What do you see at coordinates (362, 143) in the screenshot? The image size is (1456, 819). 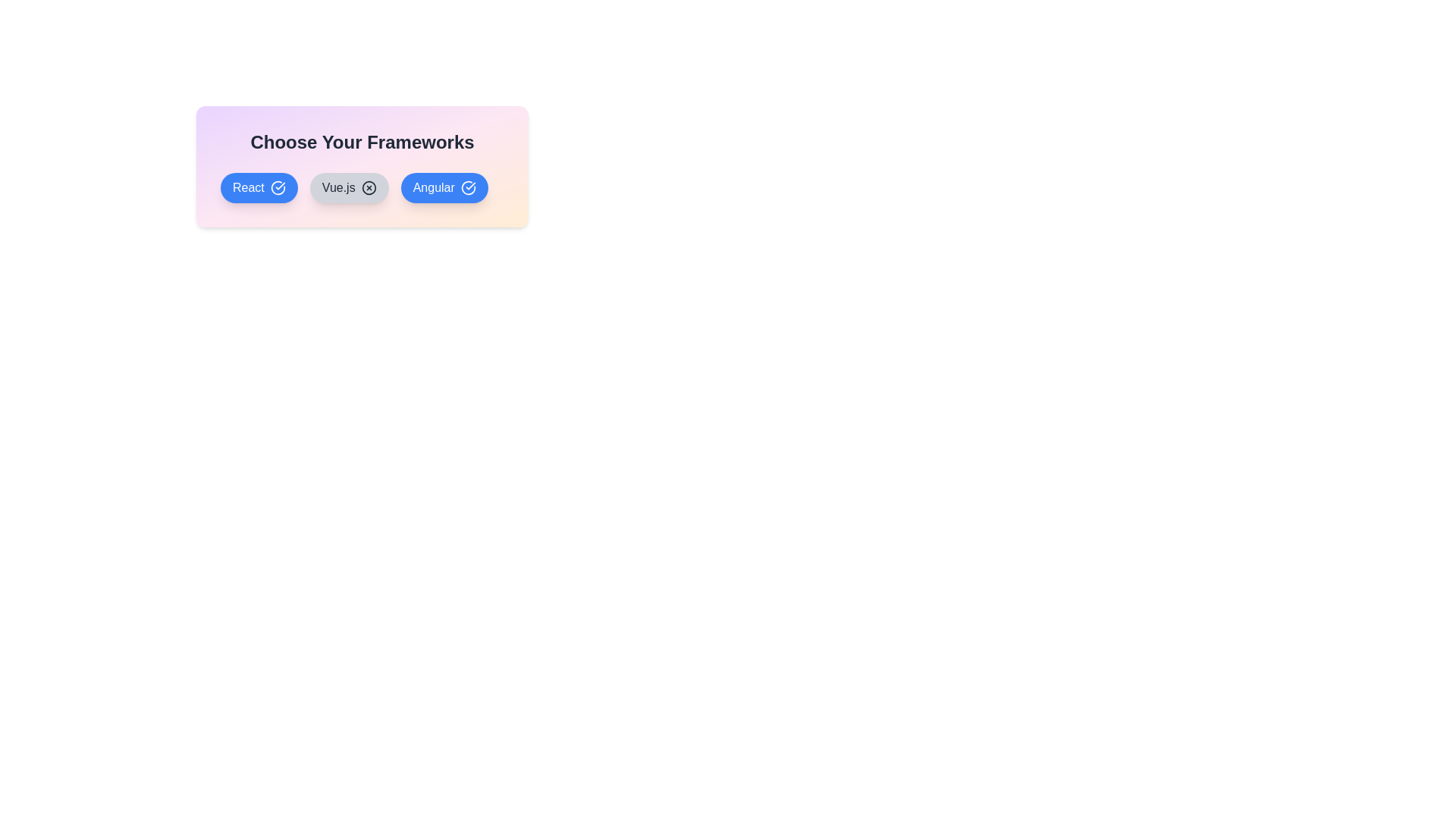 I see `the header text and copy it to the clipboard` at bounding box center [362, 143].